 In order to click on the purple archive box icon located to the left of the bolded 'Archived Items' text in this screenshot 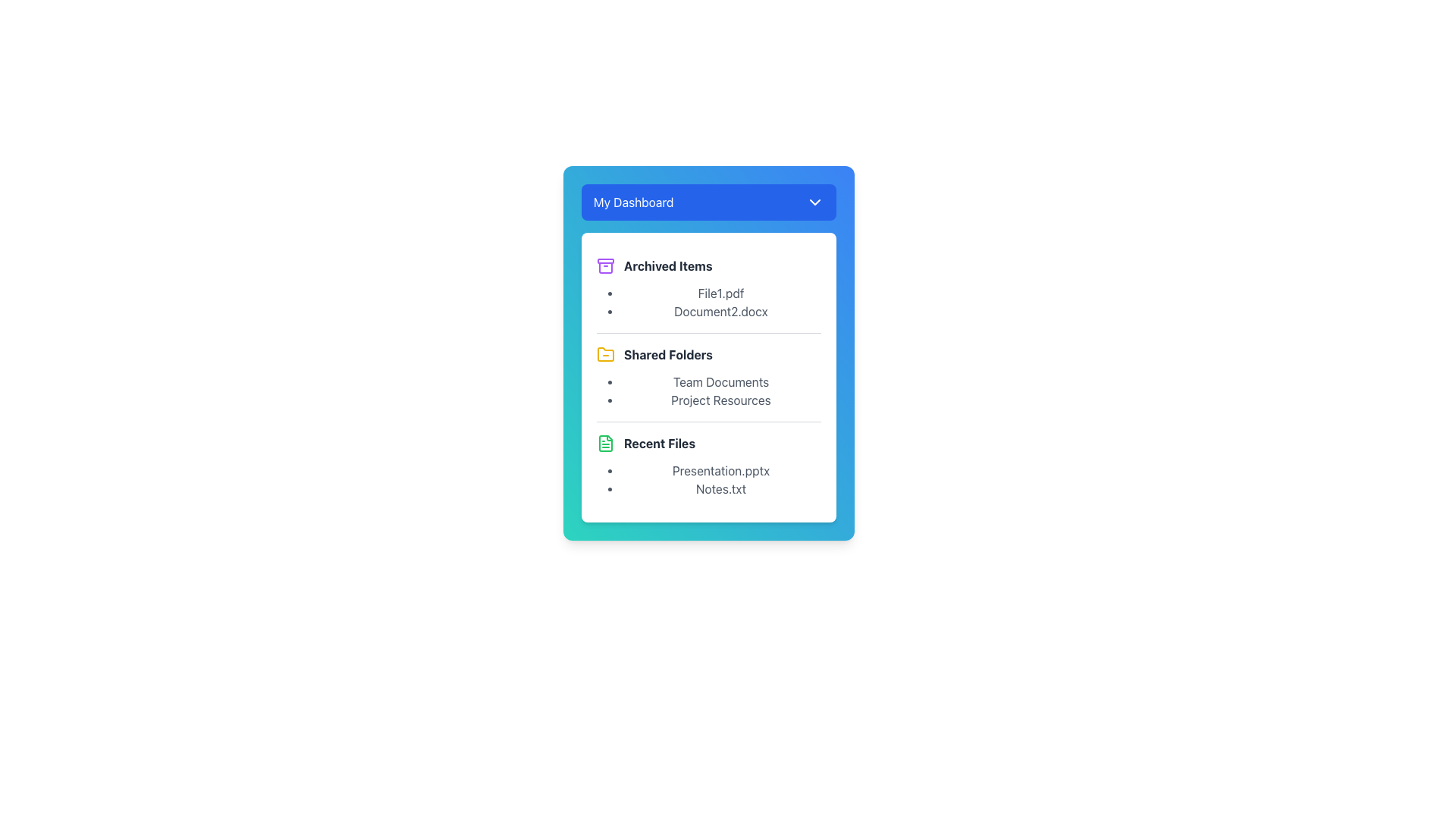, I will do `click(604, 265)`.